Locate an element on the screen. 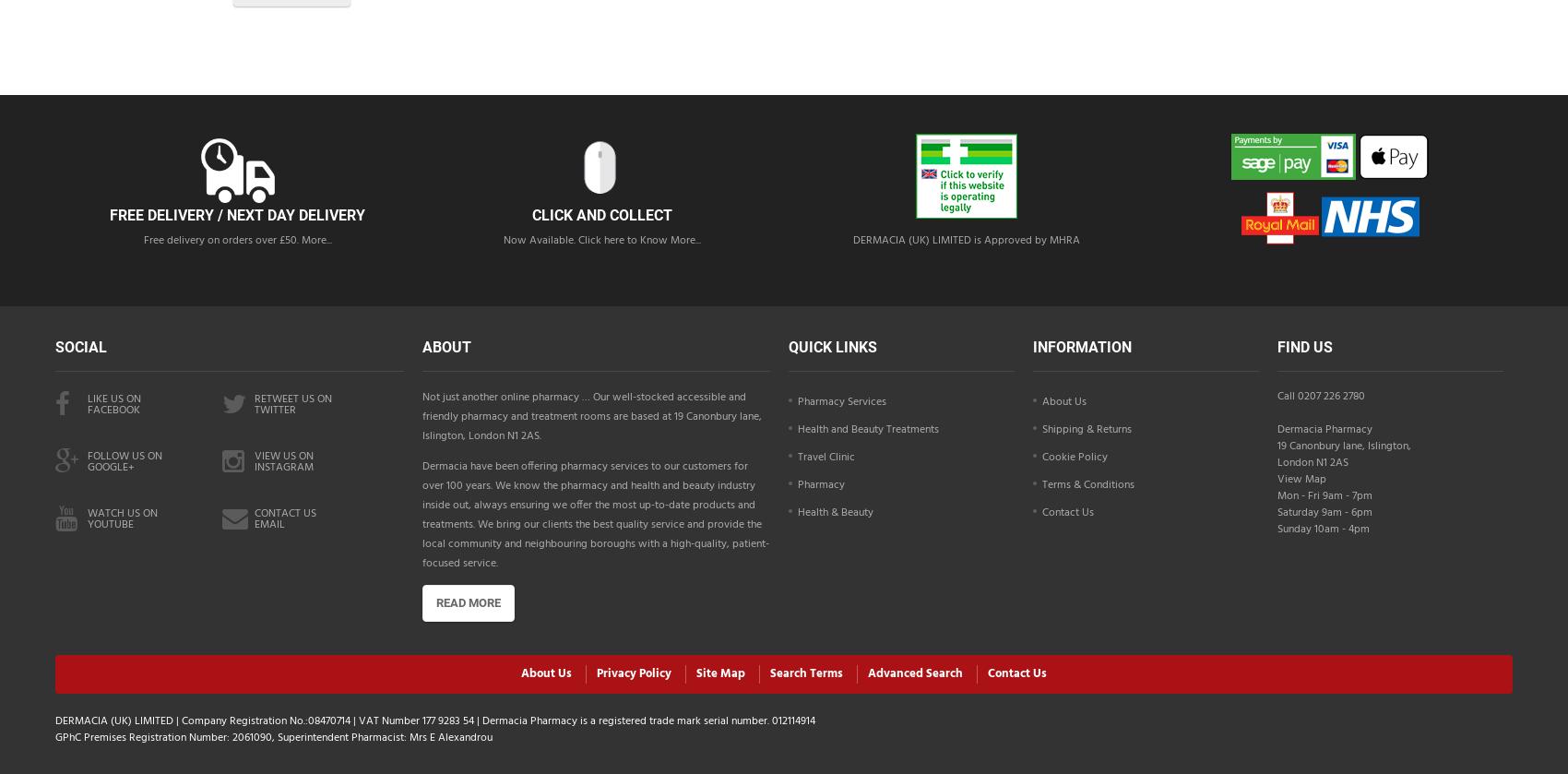 The height and width of the screenshot is (774, 1568). 'Saturday 9am - 6pm' is located at coordinates (1323, 512).